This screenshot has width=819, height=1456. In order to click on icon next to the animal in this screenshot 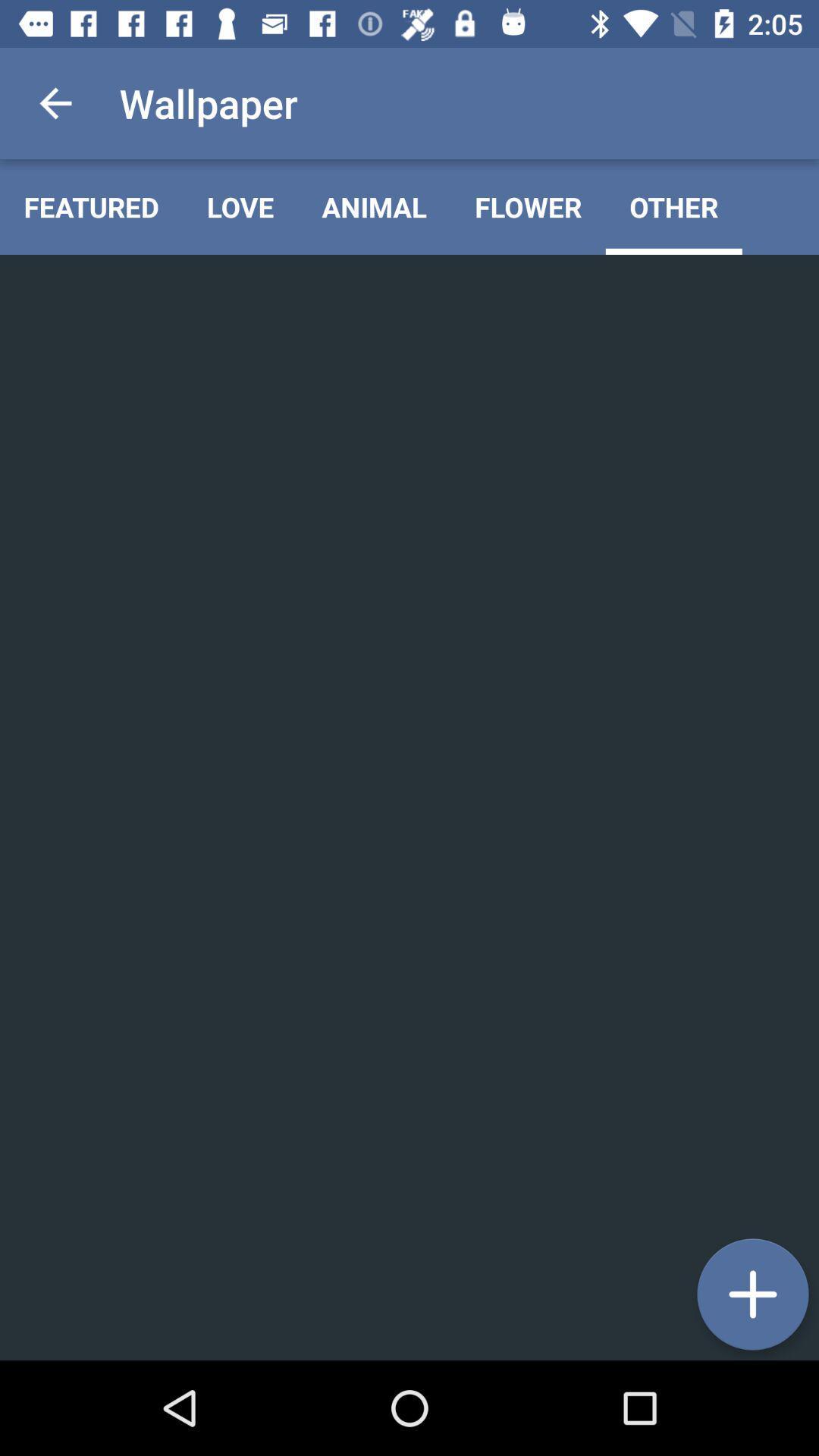, I will do `click(240, 206)`.